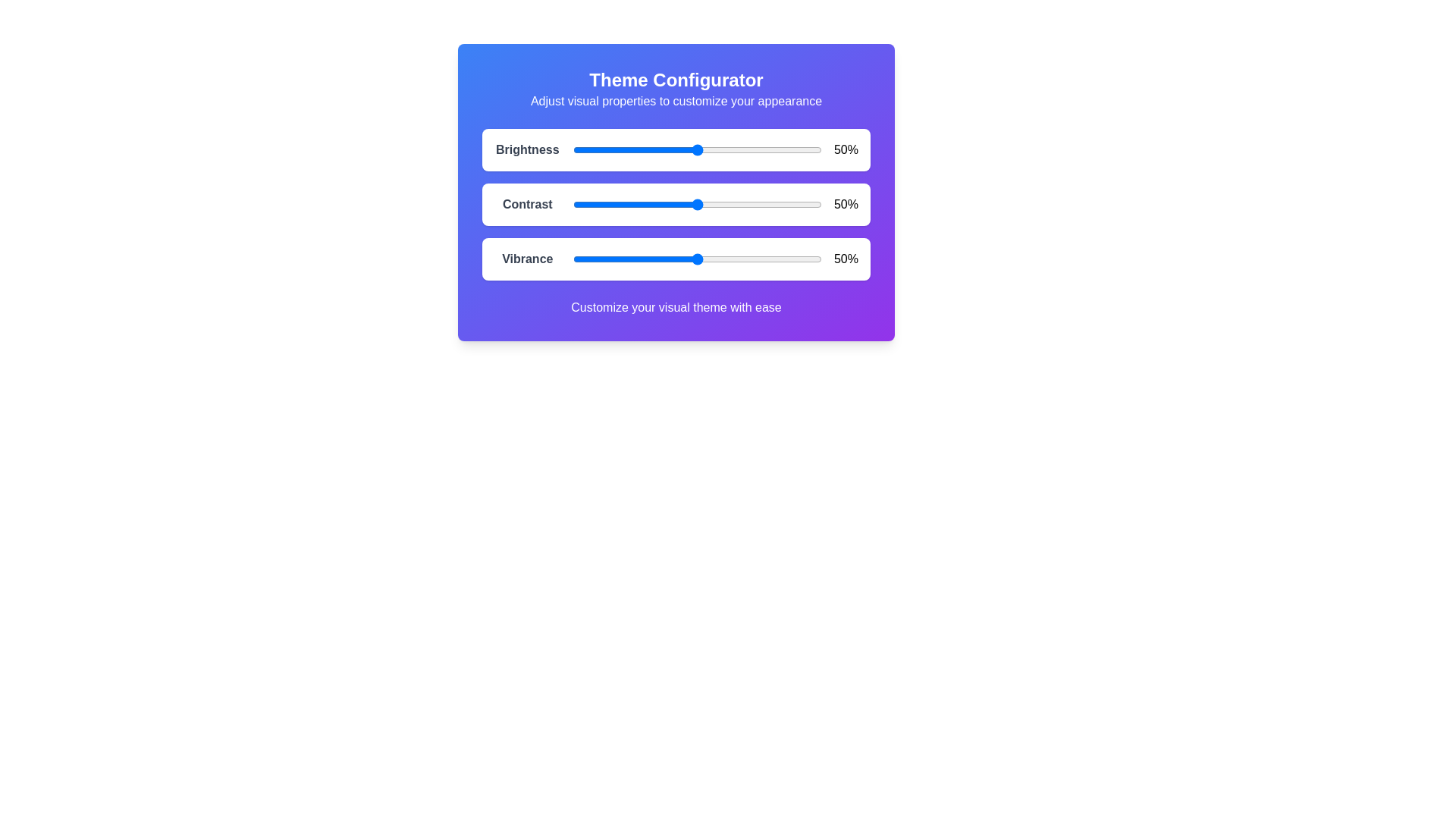 This screenshot has width=1456, height=819. I want to click on the brightness slider to 5%, so click(585, 149).